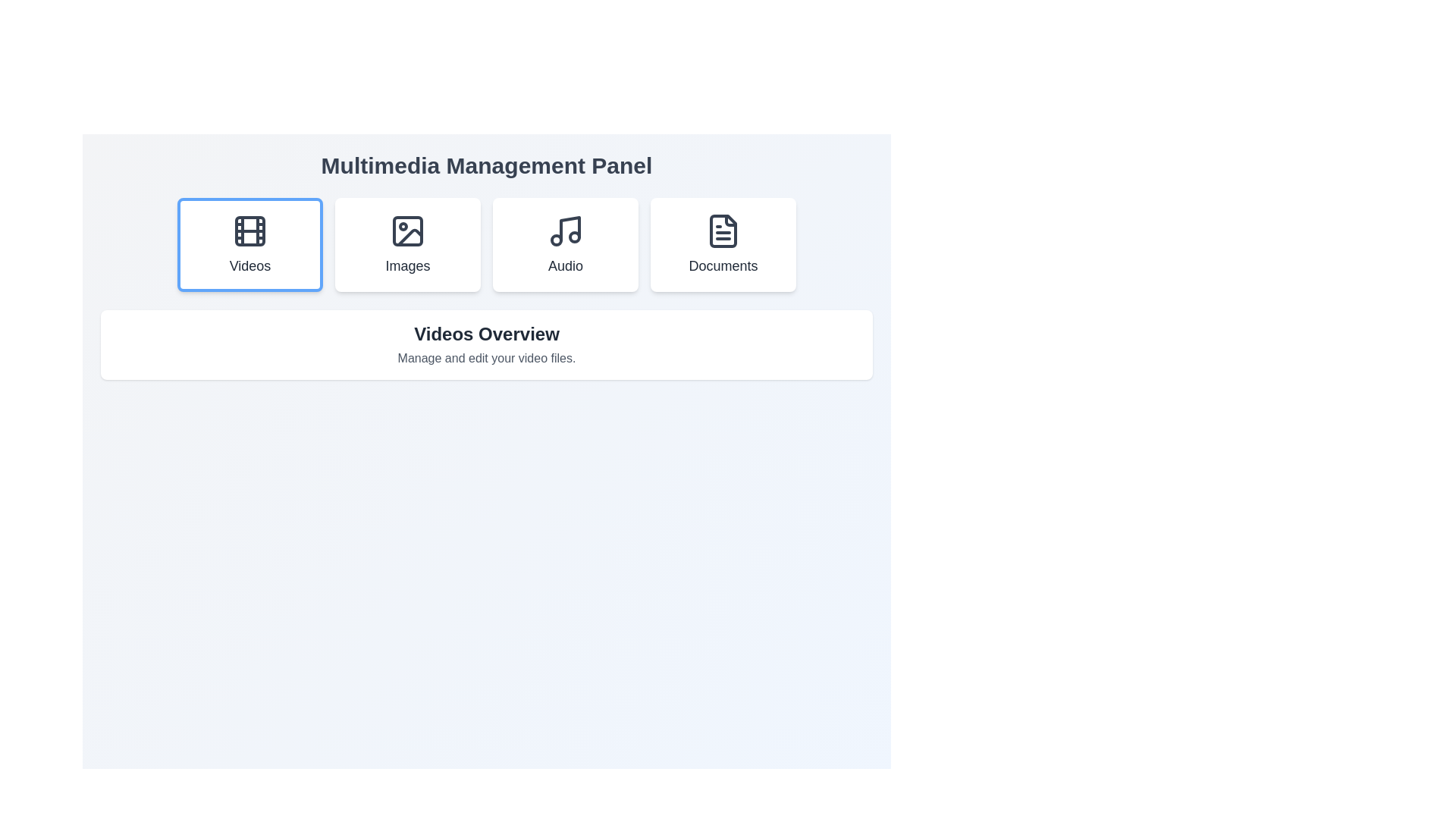 This screenshot has width=1456, height=819. I want to click on the 'Documents' icon, which is the primary icon located at the top of the 'Documents' interactive button in the far-right column of the main options panel, so click(723, 231).